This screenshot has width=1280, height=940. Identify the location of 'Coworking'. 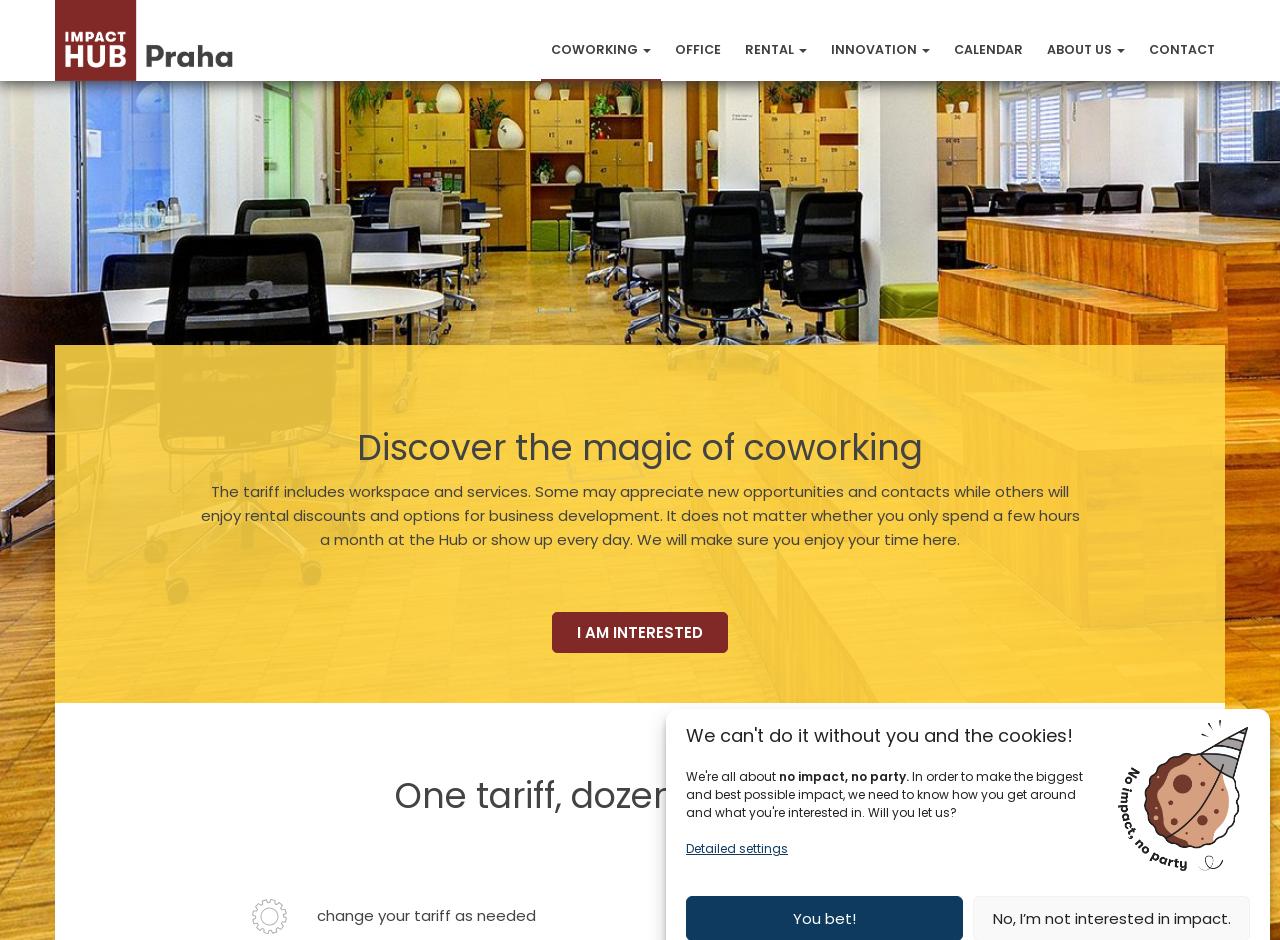
(594, 62).